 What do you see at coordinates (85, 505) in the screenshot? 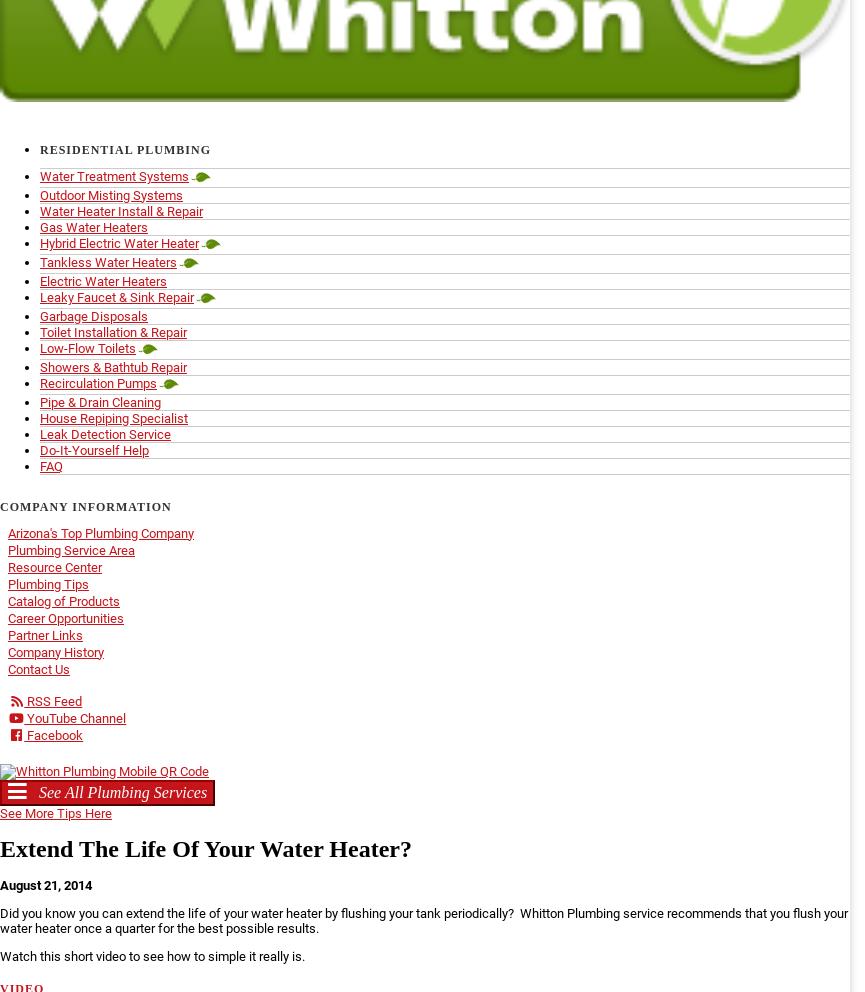
I see `'Company Information'` at bounding box center [85, 505].